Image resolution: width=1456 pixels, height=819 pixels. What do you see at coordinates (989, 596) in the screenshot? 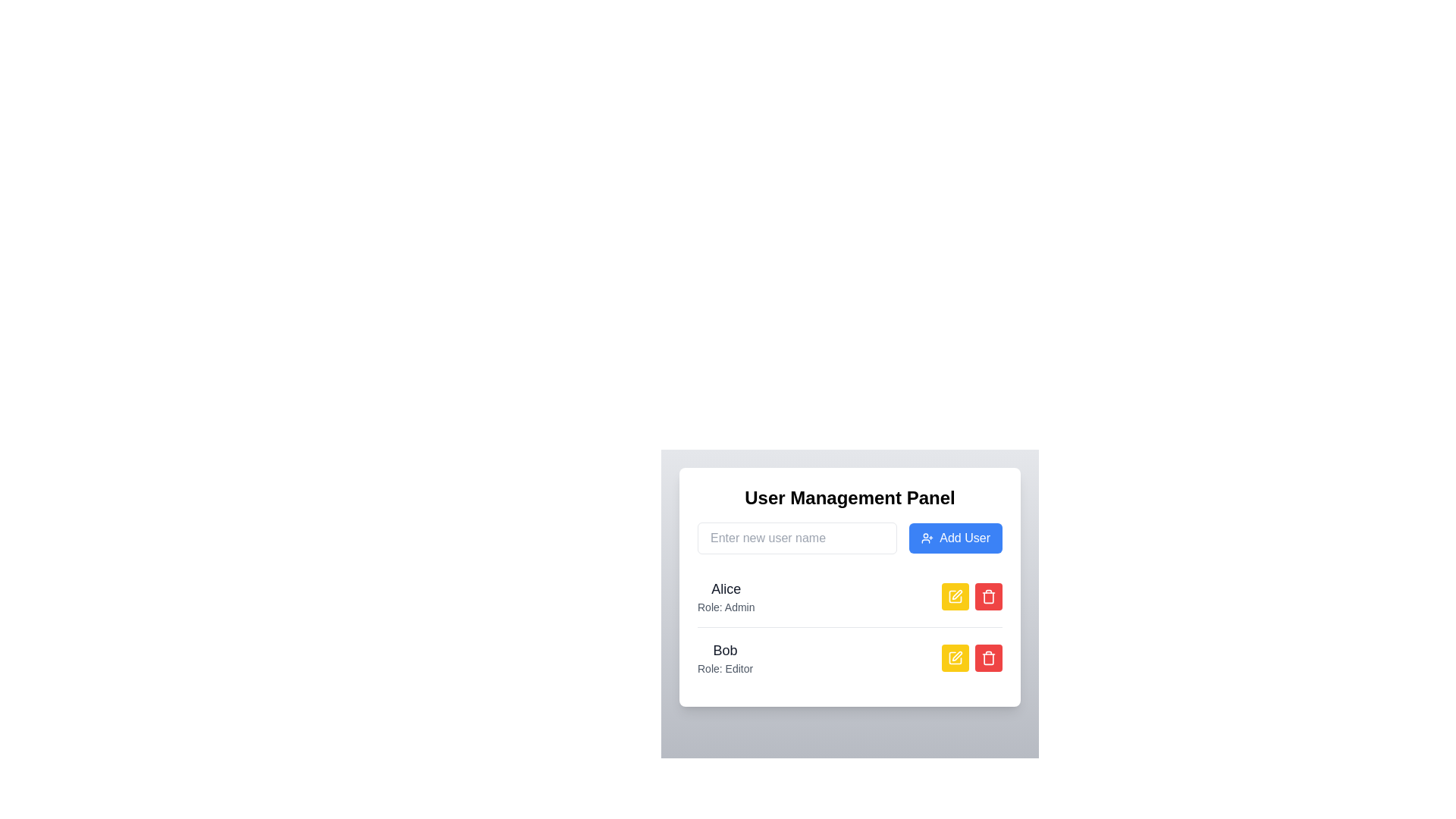
I see `trash bin icon located near the 'Bob' user entry in the user management panel for accessibility testing` at bounding box center [989, 596].